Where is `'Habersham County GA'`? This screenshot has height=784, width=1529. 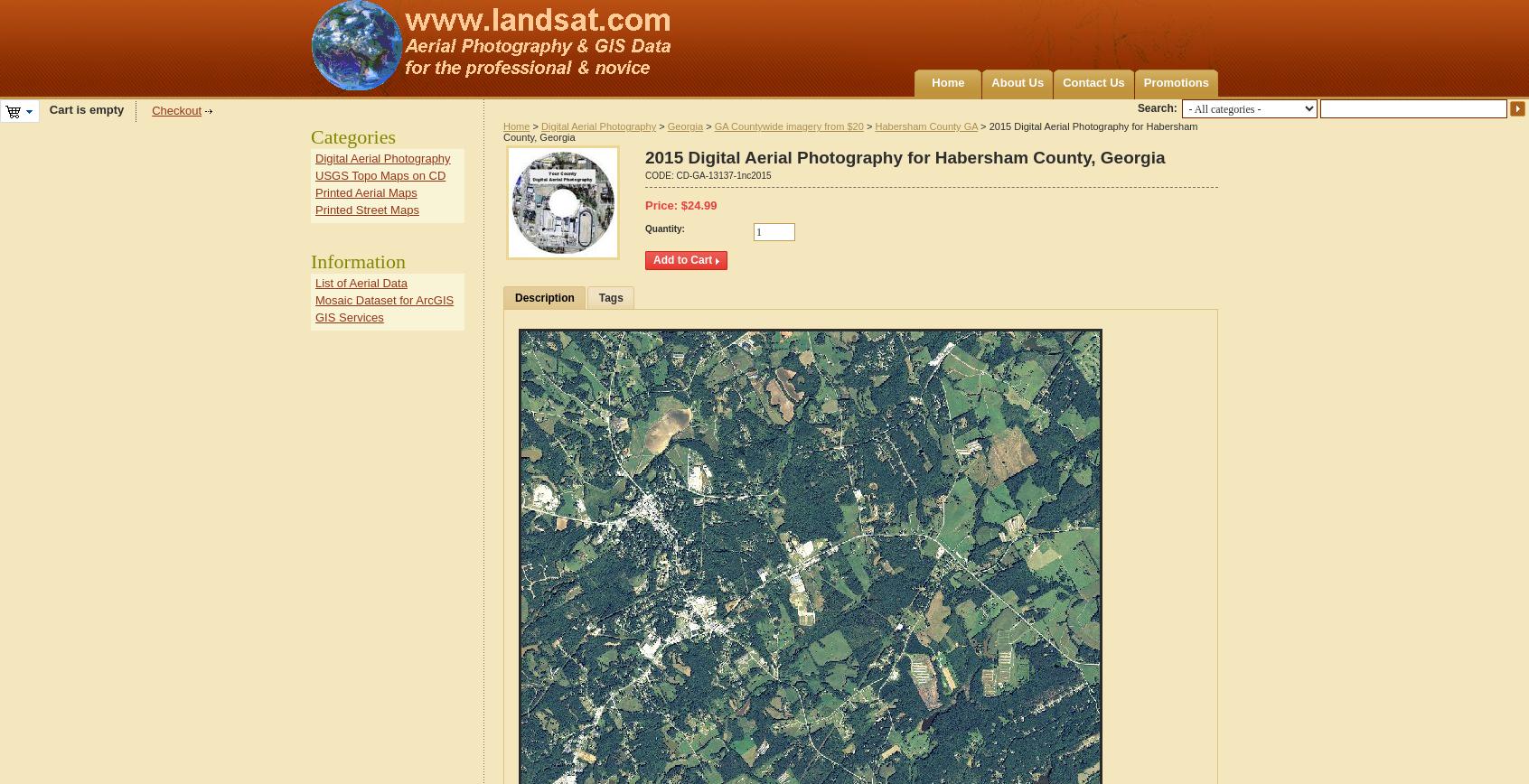
'Habersham County GA' is located at coordinates (925, 126).